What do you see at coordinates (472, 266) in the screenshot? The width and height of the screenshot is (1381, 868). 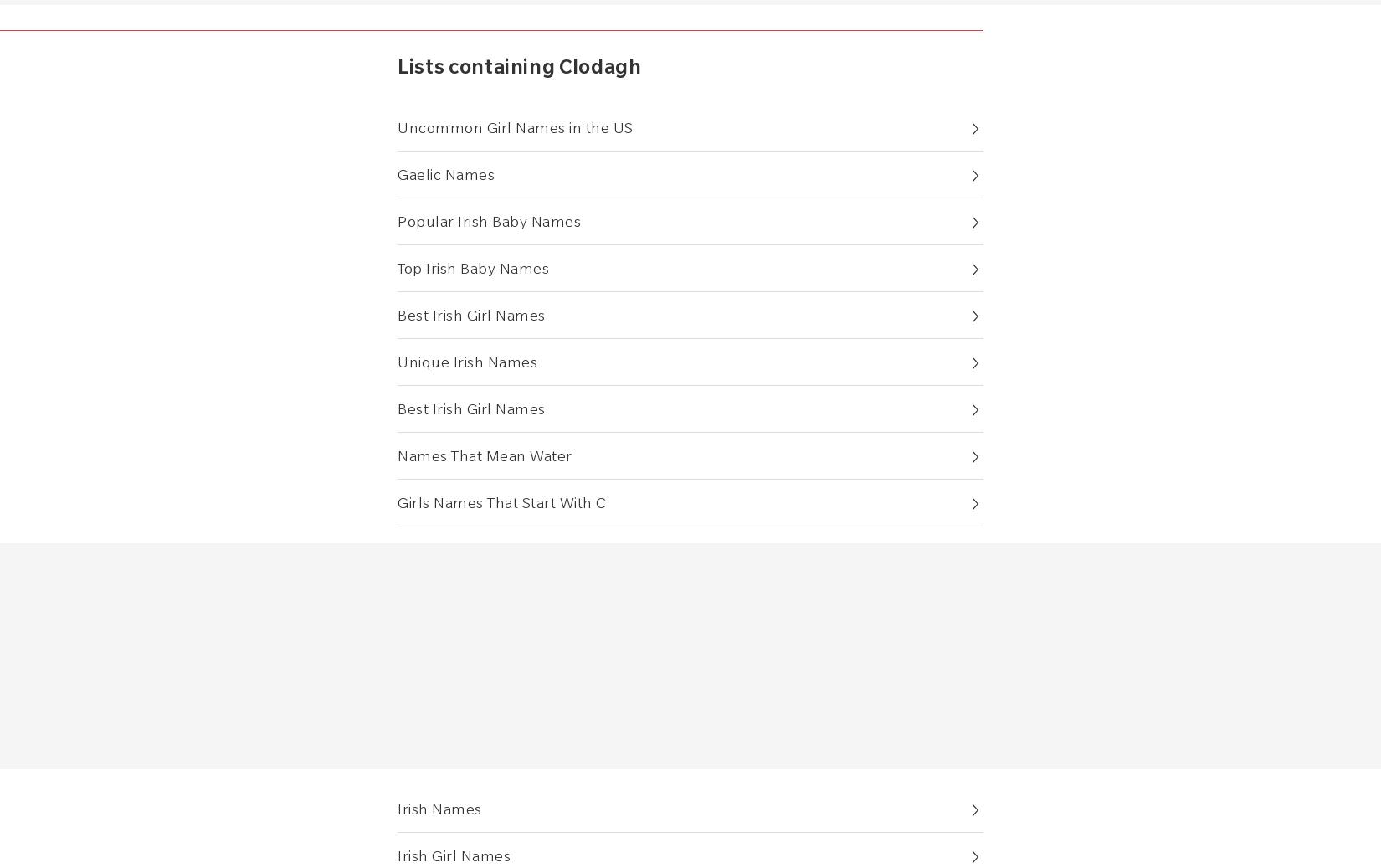 I see `'Top Irish Baby Names'` at bounding box center [472, 266].